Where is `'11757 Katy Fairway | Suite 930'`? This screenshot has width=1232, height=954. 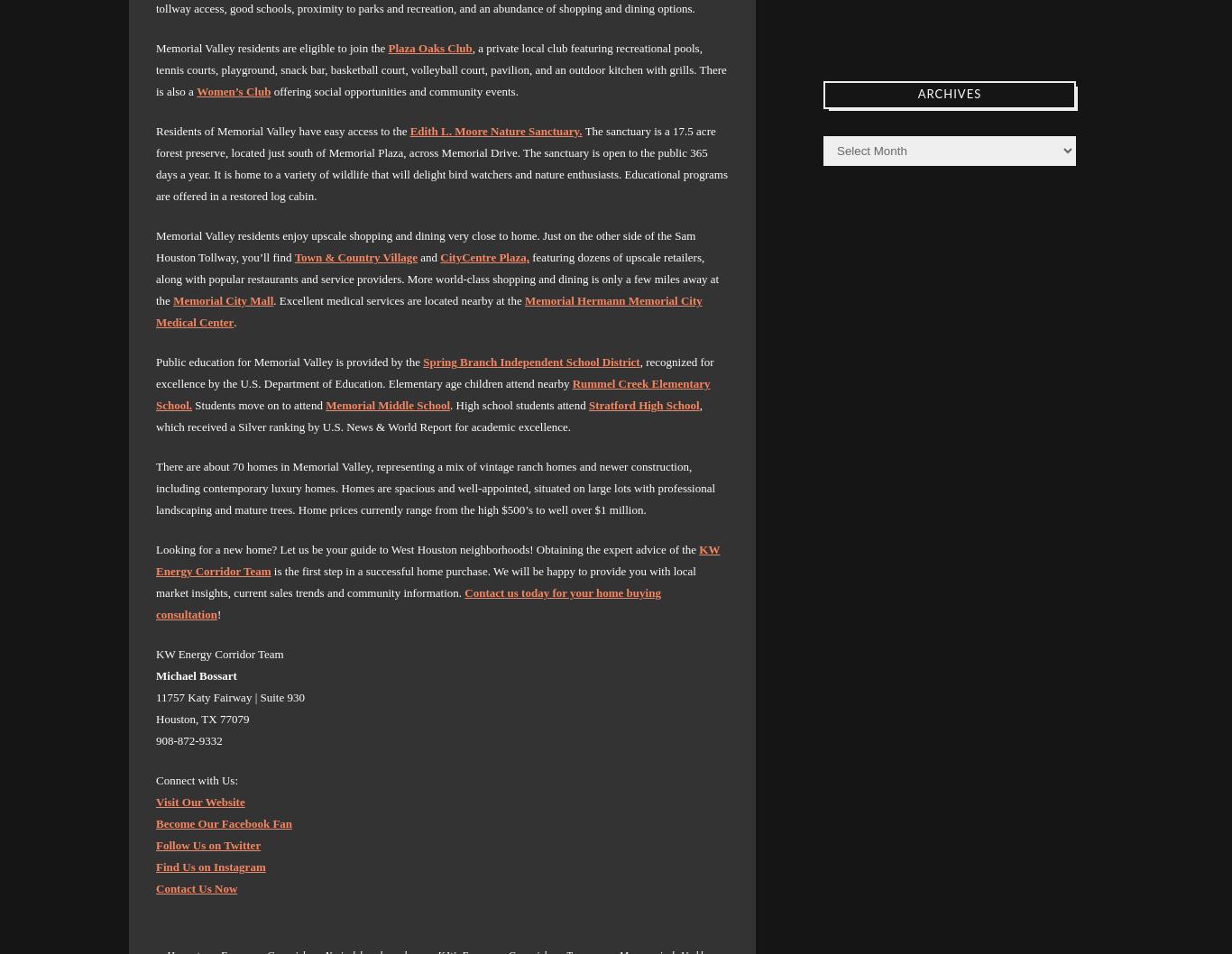
'11757 Katy Fairway | Suite 930' is located at coordinates (230, 697).